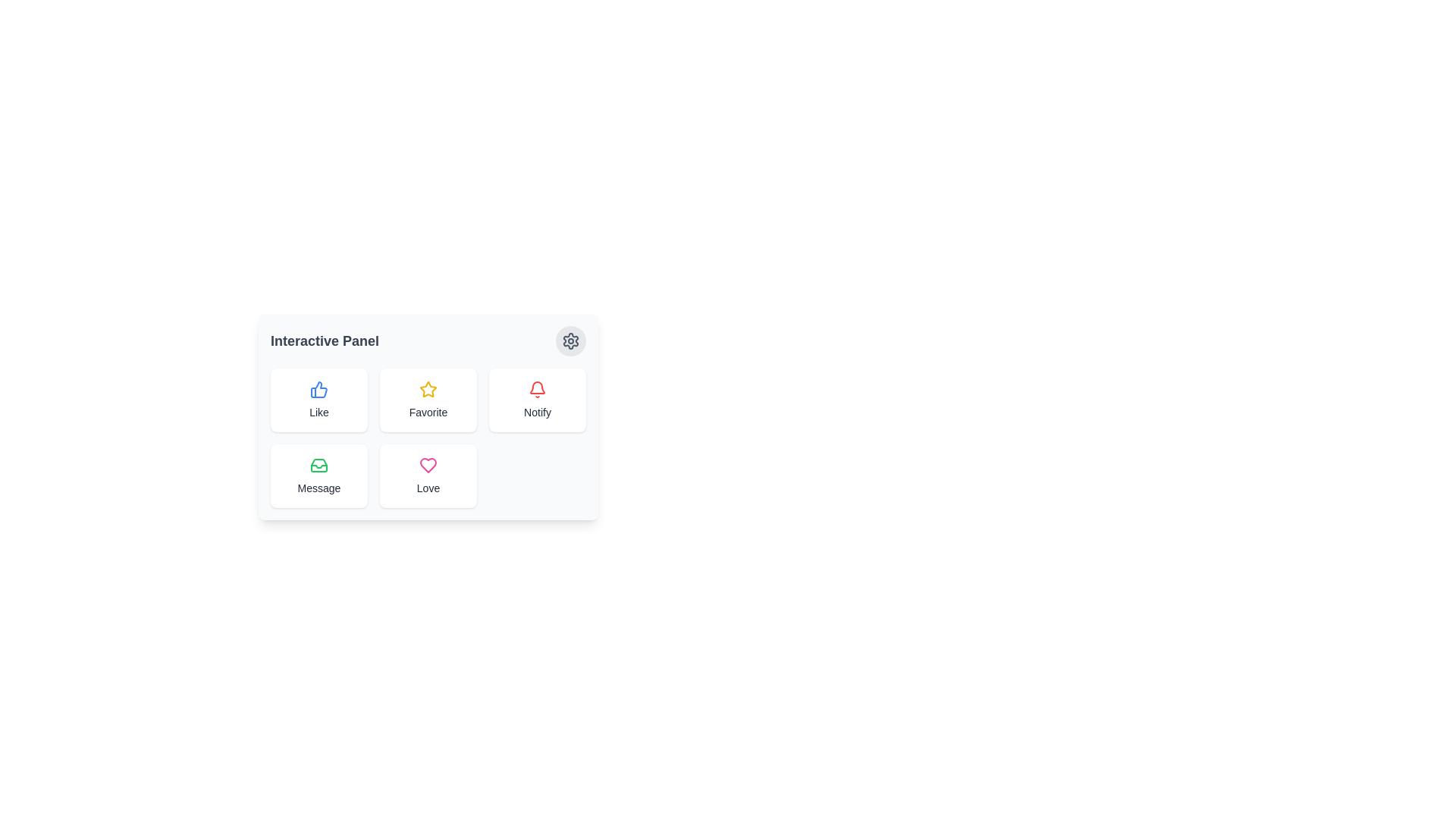  Describe the element at coordinates (318, 388) in the screenshot. I see `the 'Like' icon button located in the top-left corner of the 'Interactive Panel' section` at that location.